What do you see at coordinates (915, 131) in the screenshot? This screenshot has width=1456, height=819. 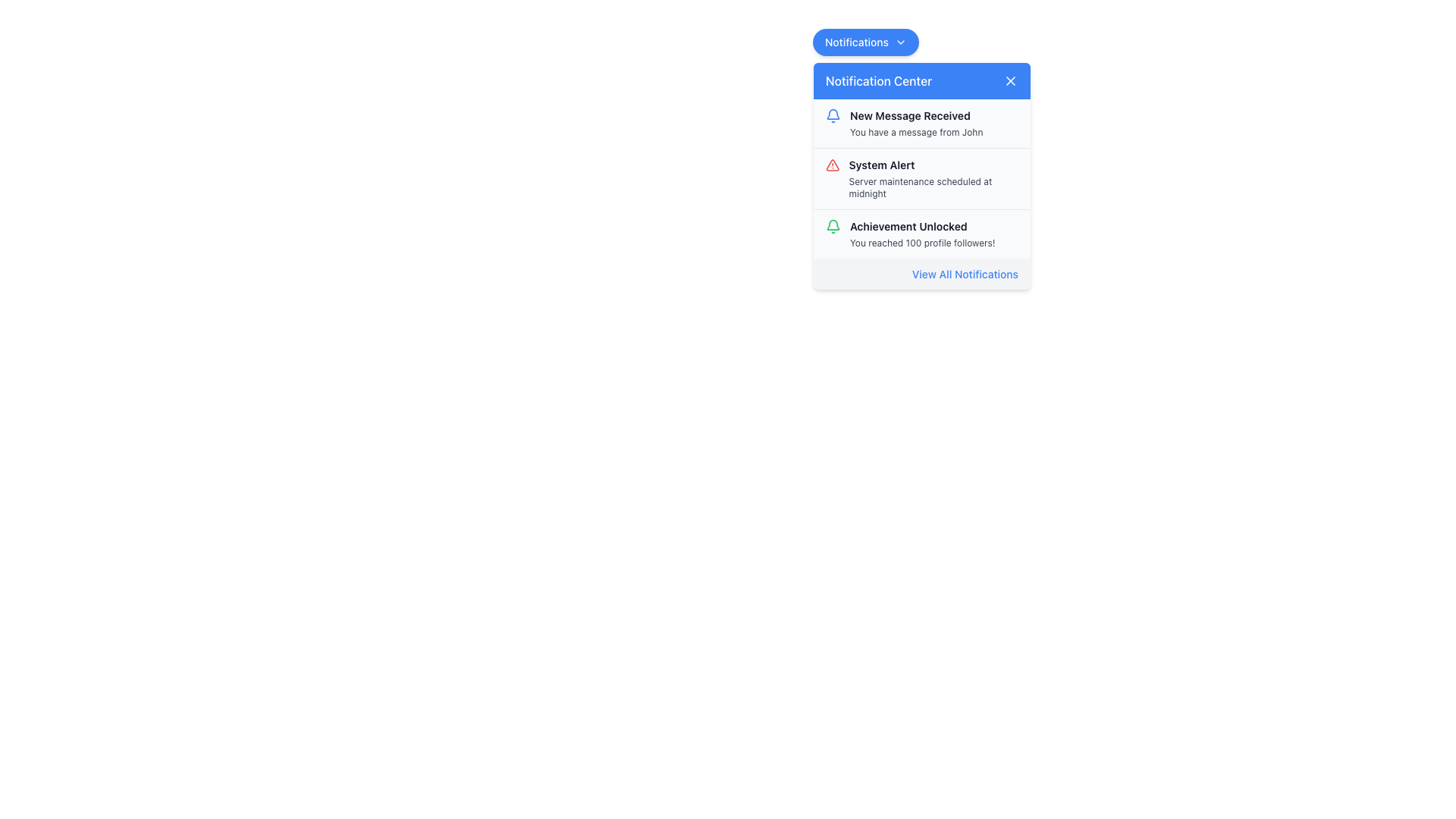 I see `the descriptive text element that provides additional detail for the 'New Message Received' notification, located directly underneath the title in the first notification card` at bounding box center [915, 131].